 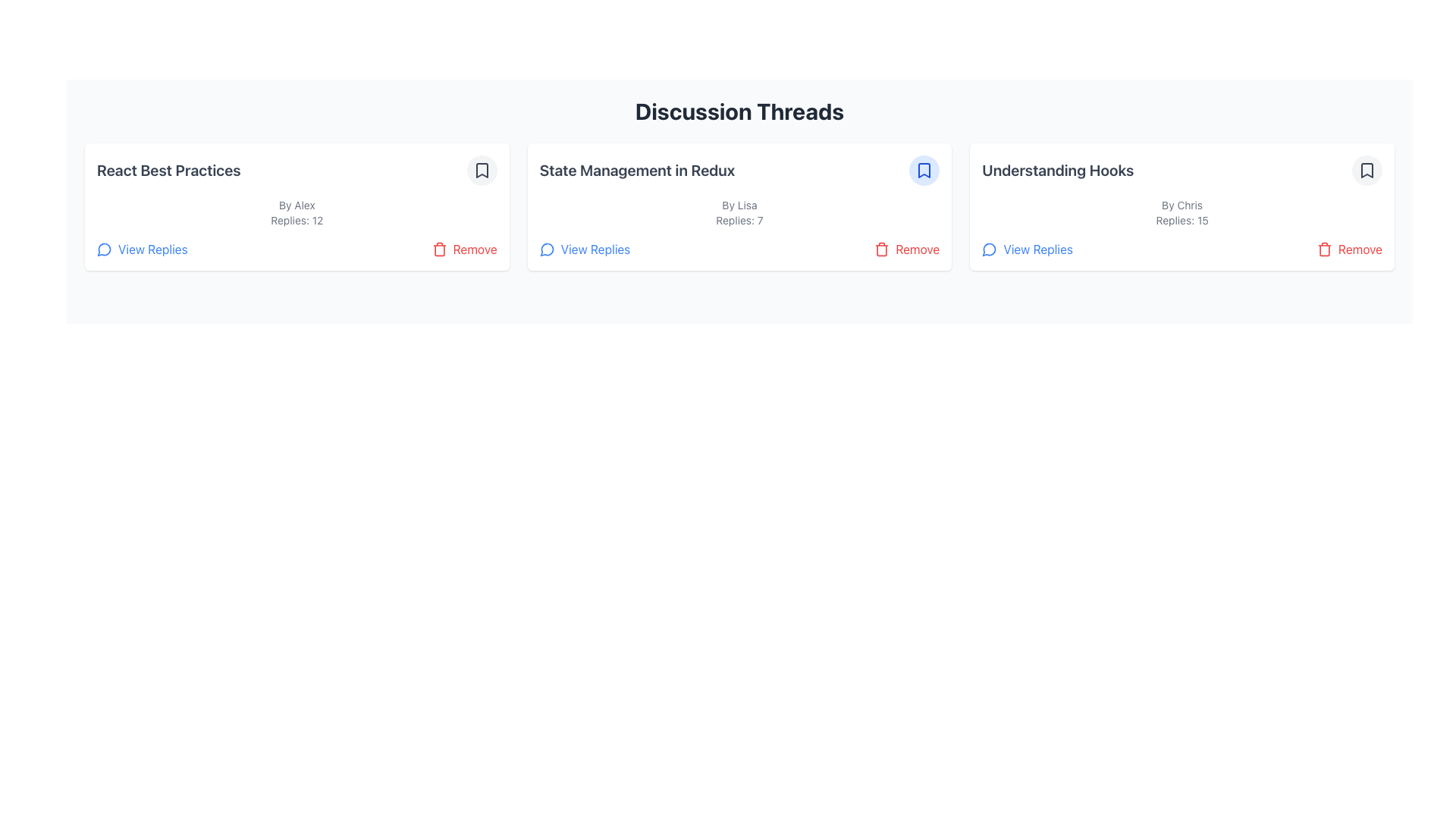 What do you see at coordinates (1028, 248) in the screenshot?
I see `the button located in the bottom-left section of the 'Understanding Hooks' discussion thread card` at bounding box center [1028, 248].